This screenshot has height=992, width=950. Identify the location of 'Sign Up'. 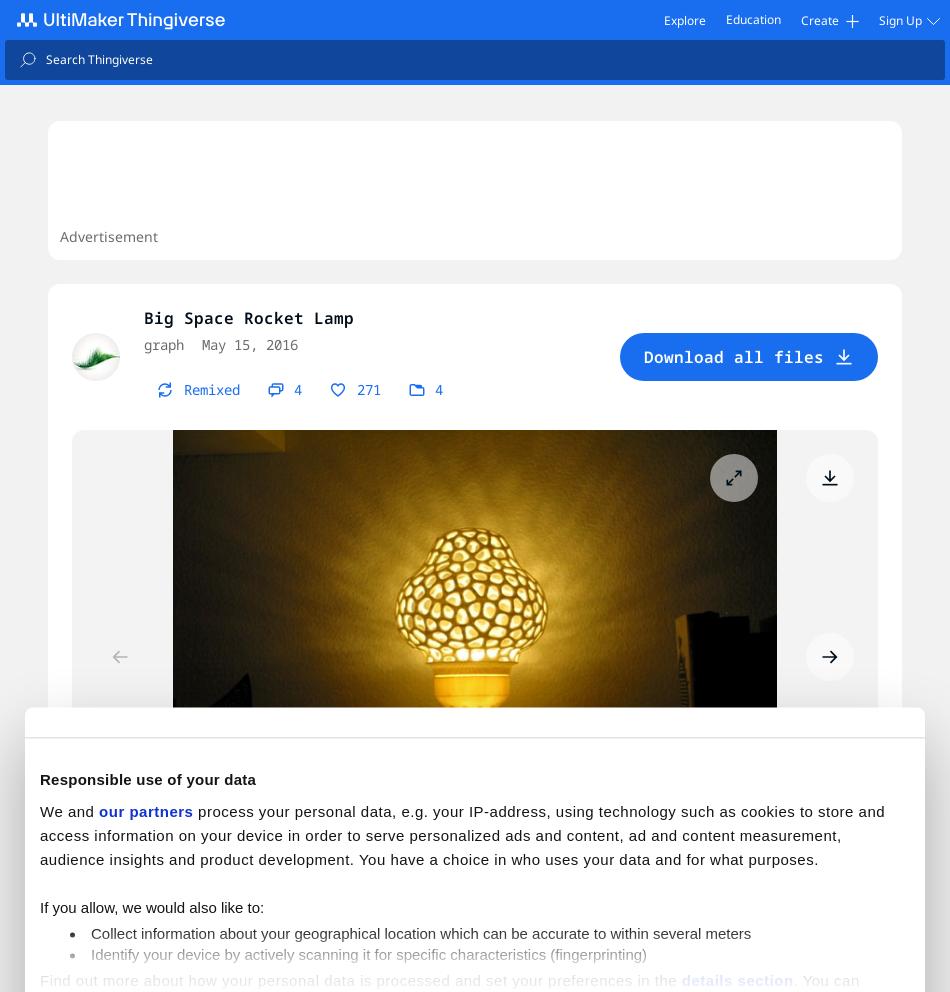
(899, 18).